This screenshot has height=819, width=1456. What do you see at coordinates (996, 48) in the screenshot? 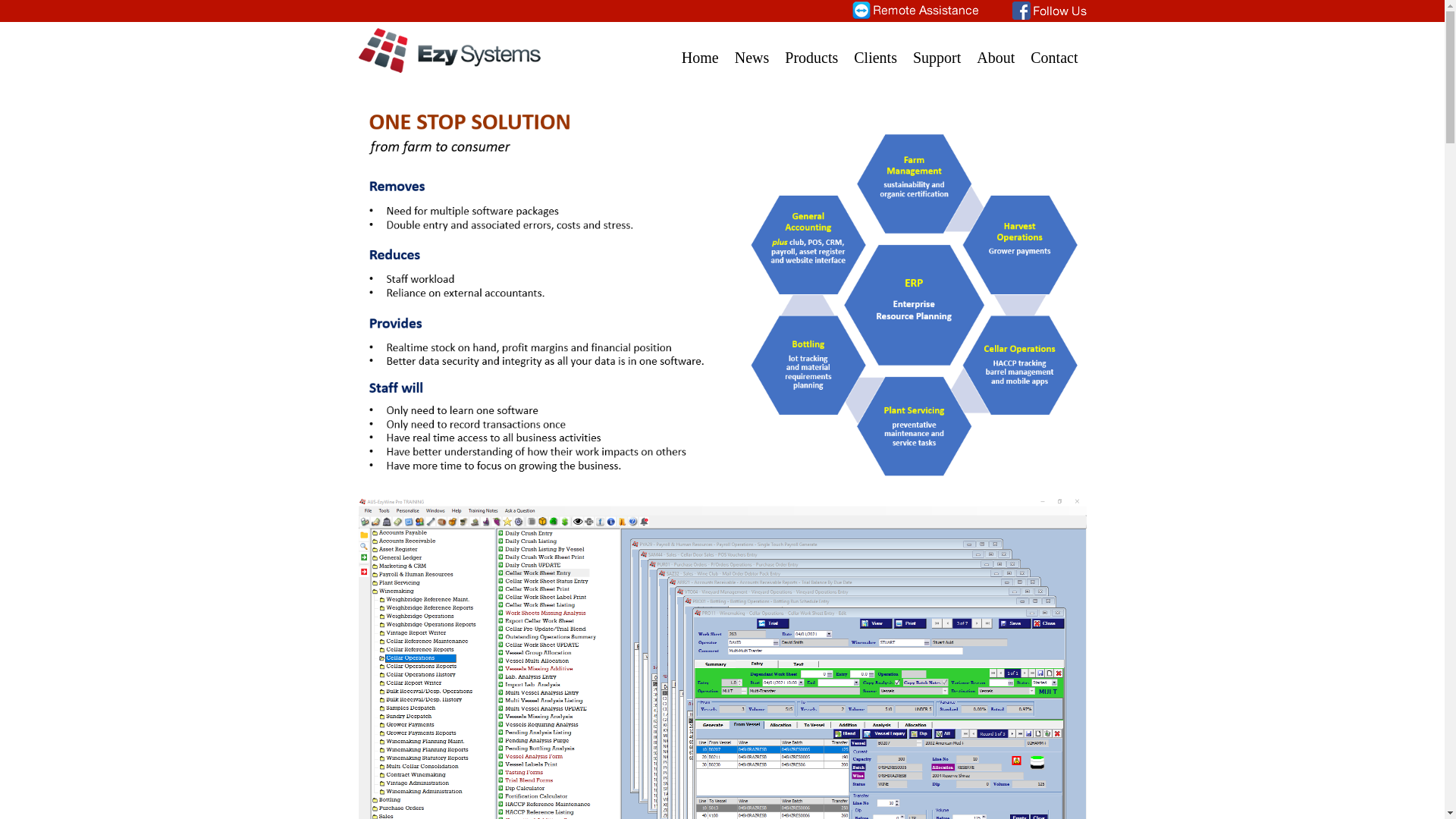
I see `'About'` at bounding box center [996, 48].